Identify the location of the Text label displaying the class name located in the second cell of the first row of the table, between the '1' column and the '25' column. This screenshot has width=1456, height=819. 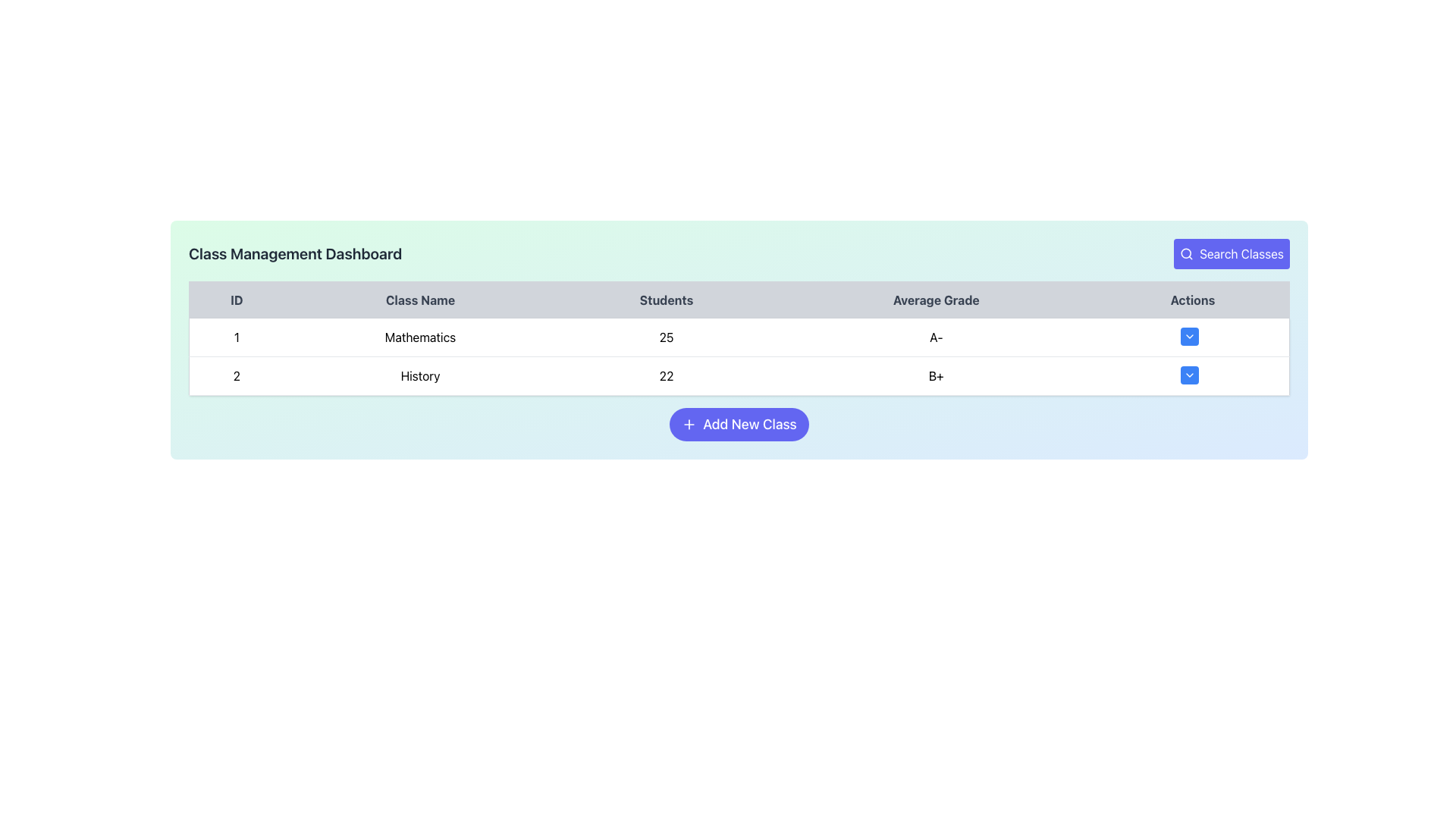
(420, 337).